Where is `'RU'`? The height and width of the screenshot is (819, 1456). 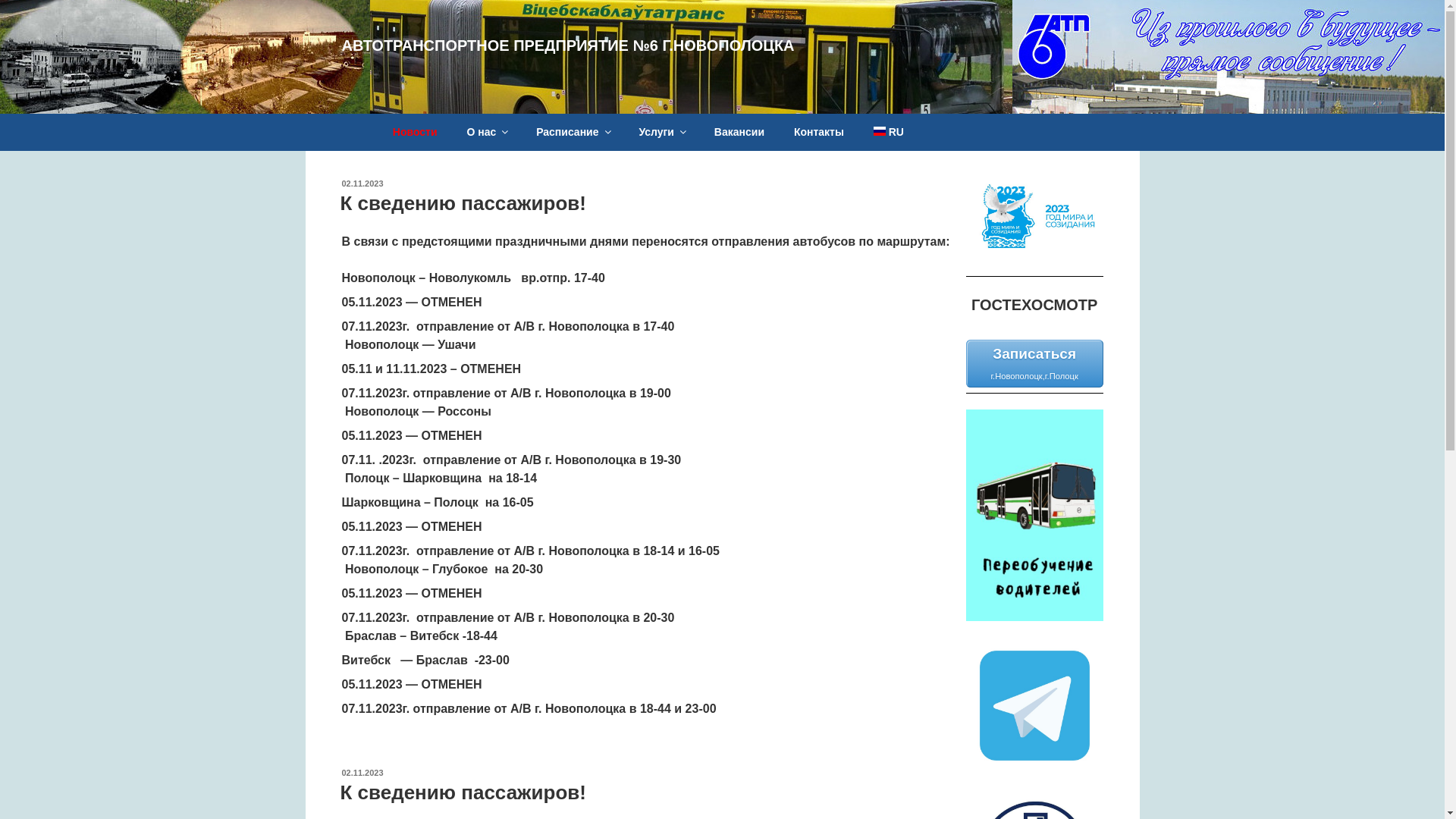
'RU' is located at coordinates (888, 131).